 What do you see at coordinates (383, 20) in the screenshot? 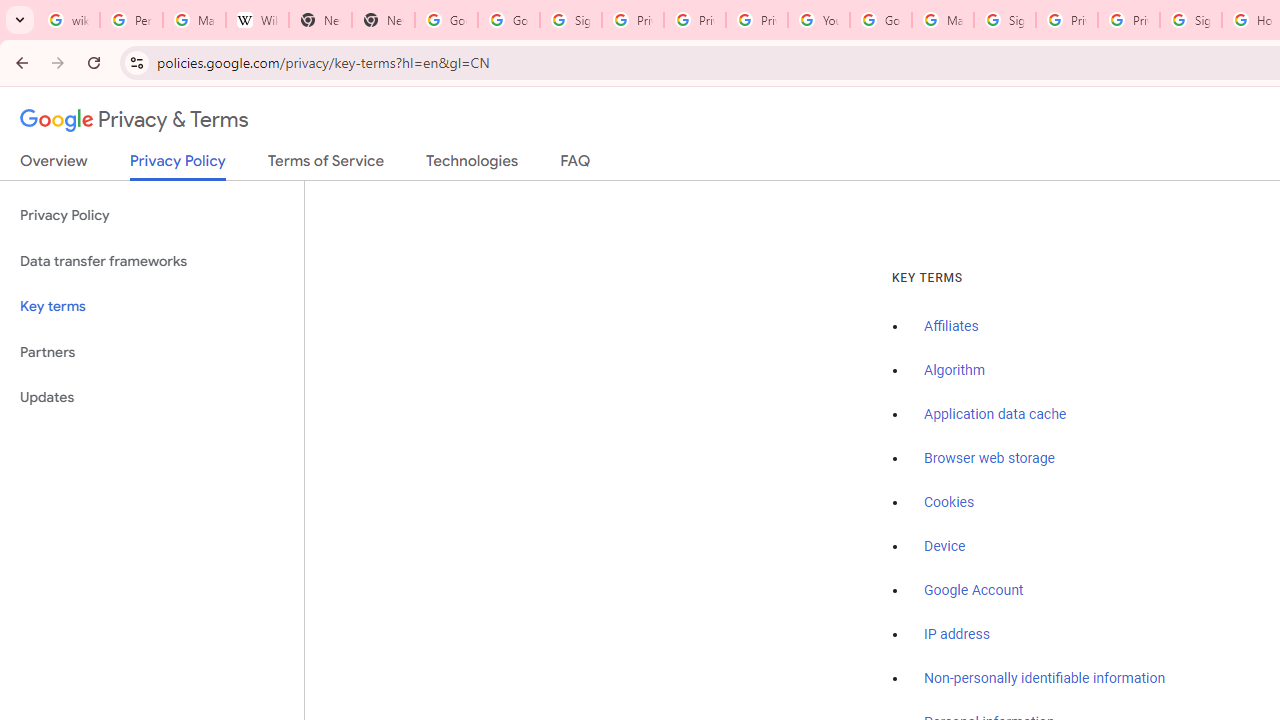
I see `'New Tab'` at bounding box center [383, 20].